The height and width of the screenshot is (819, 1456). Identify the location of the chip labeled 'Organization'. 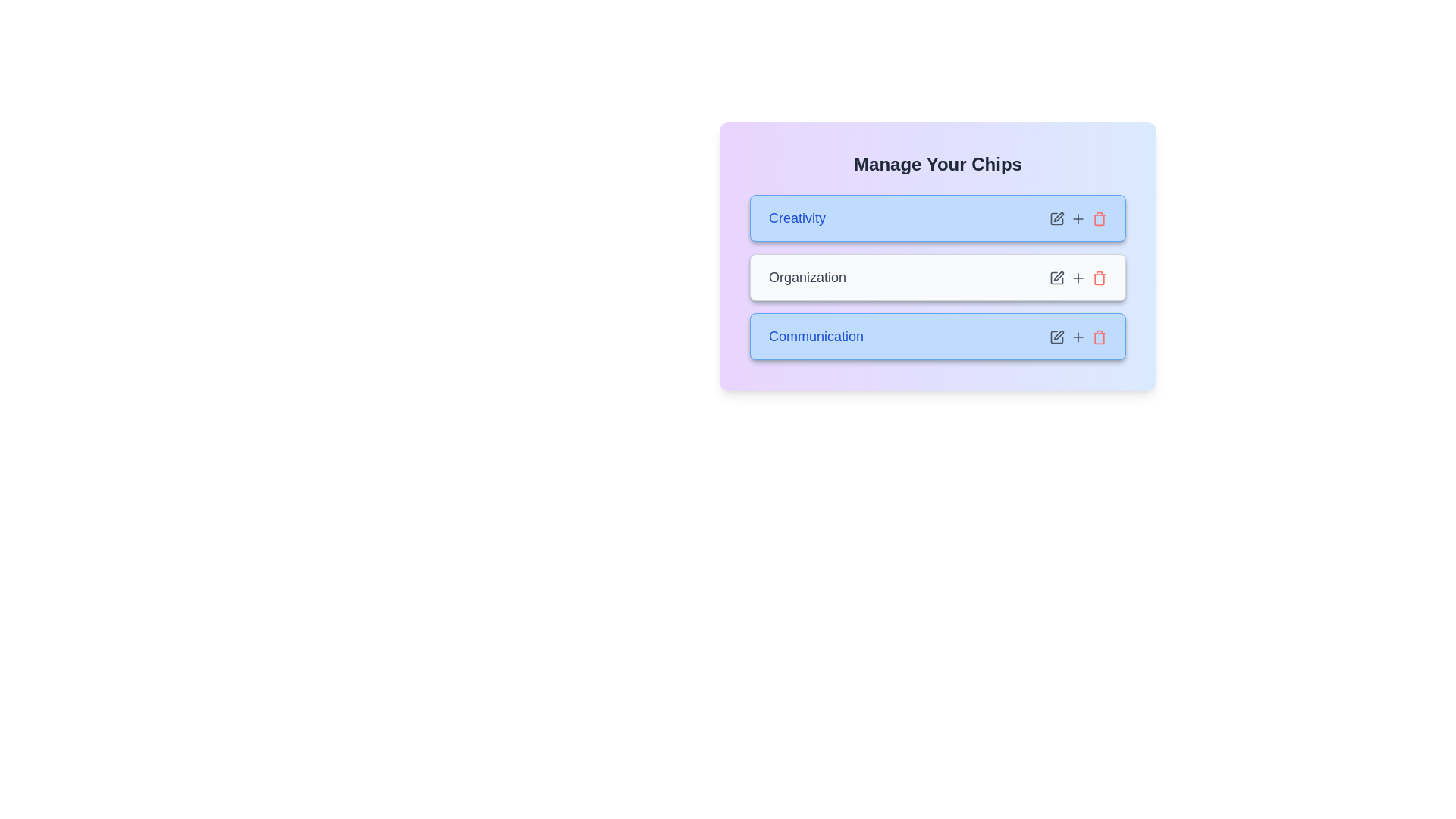
(937, 278).